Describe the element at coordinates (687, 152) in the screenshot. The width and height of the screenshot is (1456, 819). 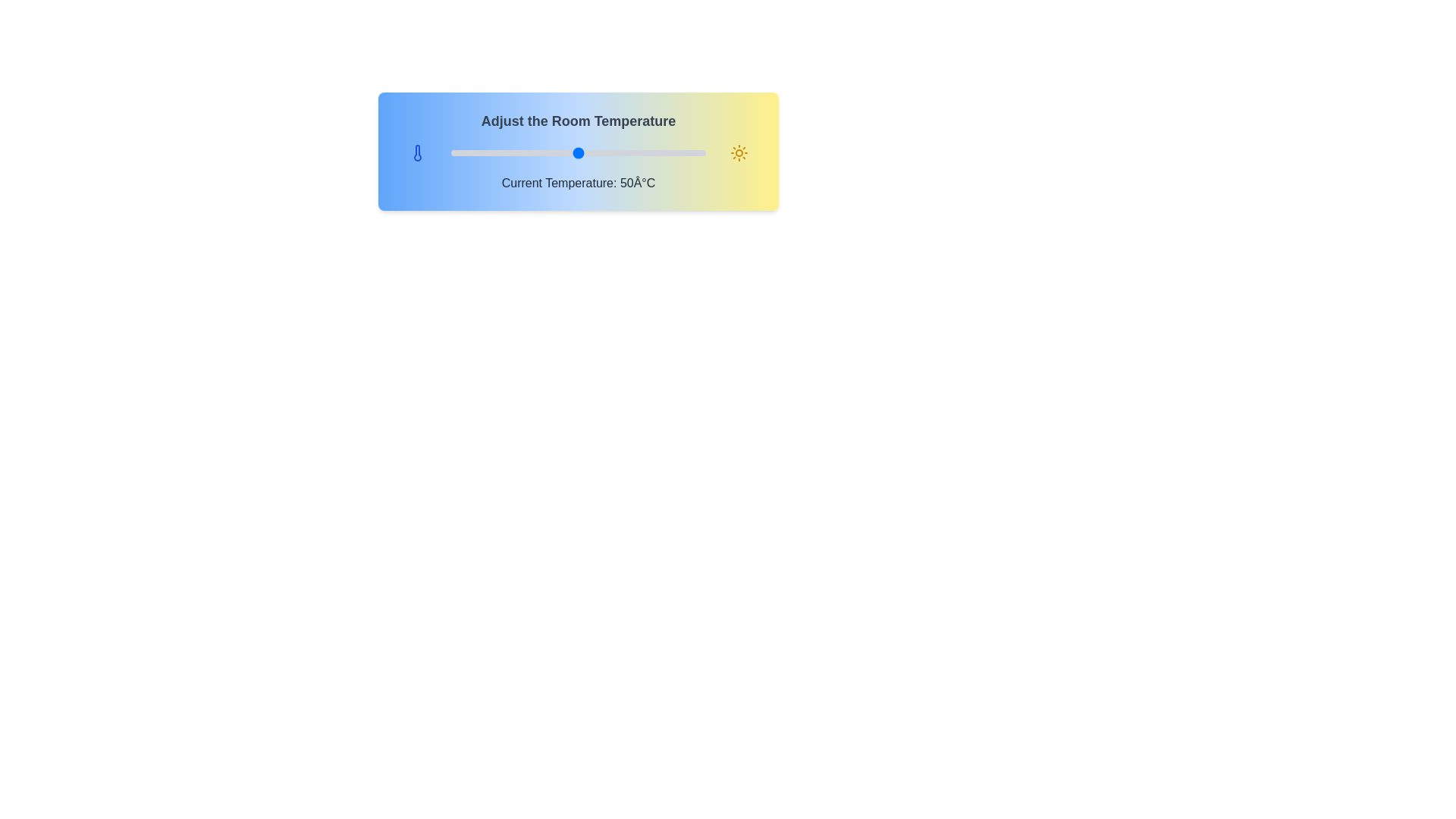
I see `the temperature slider to 93°C` at that location.